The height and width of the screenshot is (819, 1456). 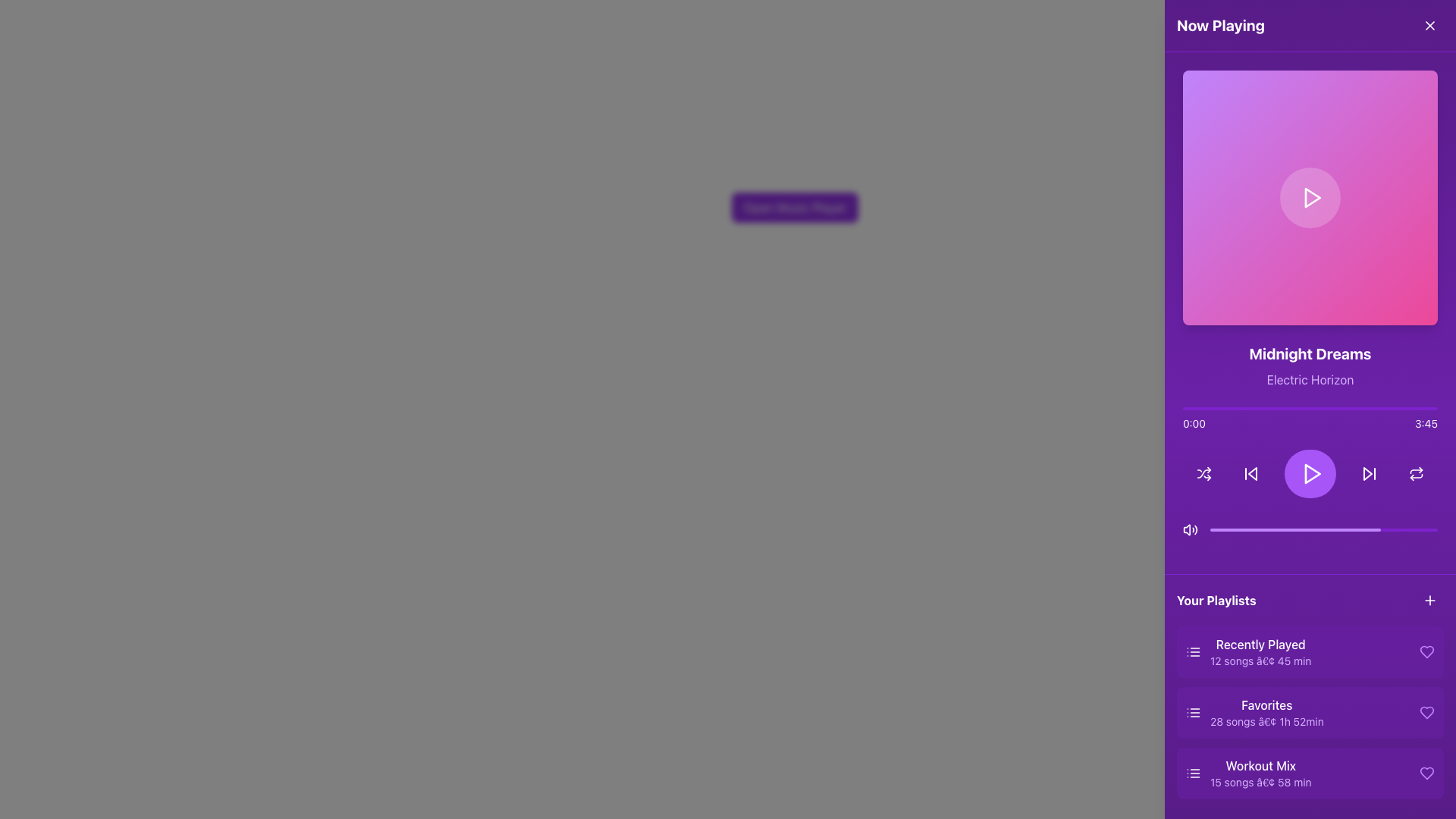 What do you see at coordinates (1254, 713) in the screenshot?
I see `on the second playlist entry in the 'Favorites' section` at bounding box center [1254, 713].